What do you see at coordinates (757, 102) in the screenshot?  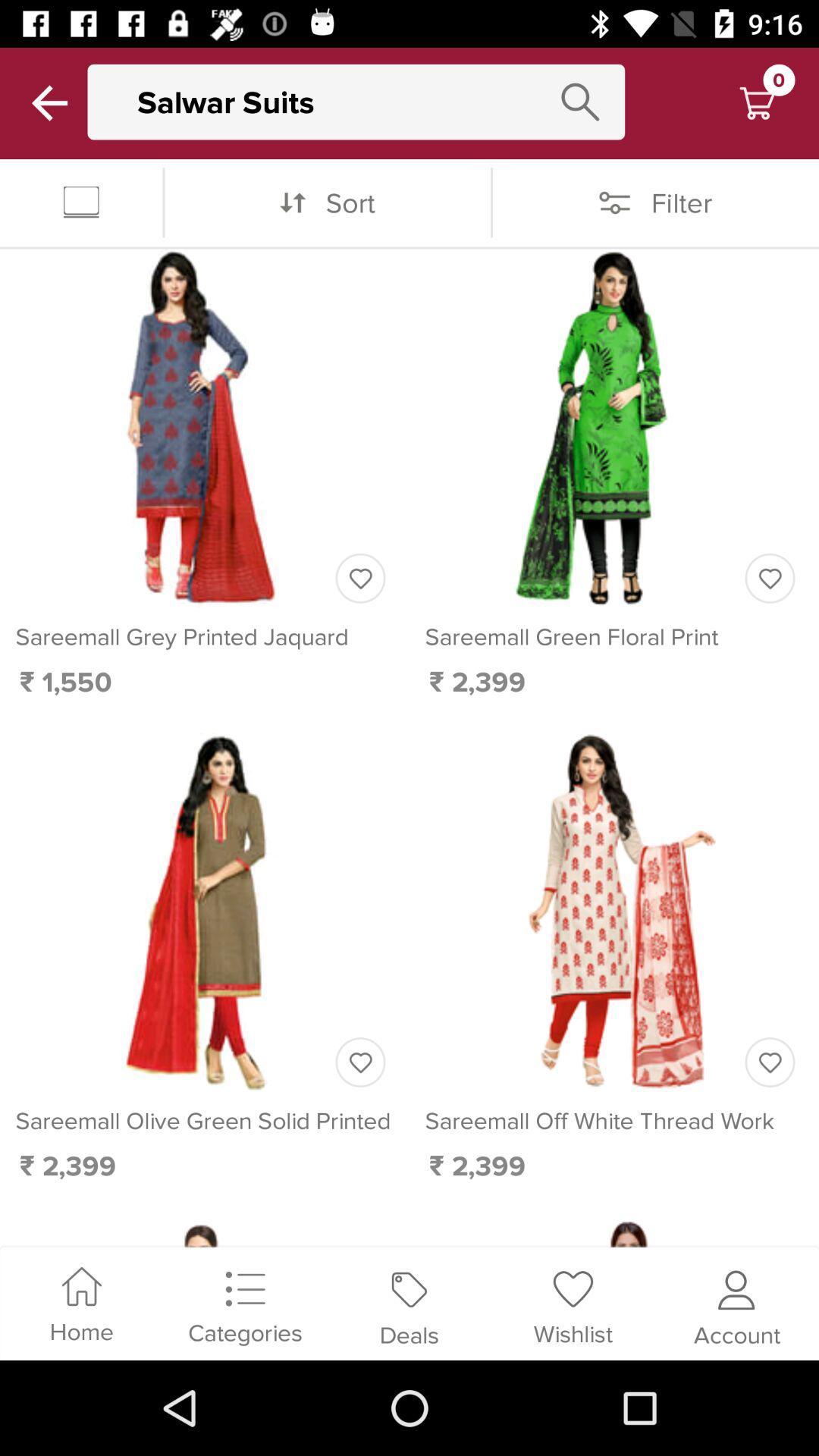 I see `display cart content` at bounding box center [757, 102].